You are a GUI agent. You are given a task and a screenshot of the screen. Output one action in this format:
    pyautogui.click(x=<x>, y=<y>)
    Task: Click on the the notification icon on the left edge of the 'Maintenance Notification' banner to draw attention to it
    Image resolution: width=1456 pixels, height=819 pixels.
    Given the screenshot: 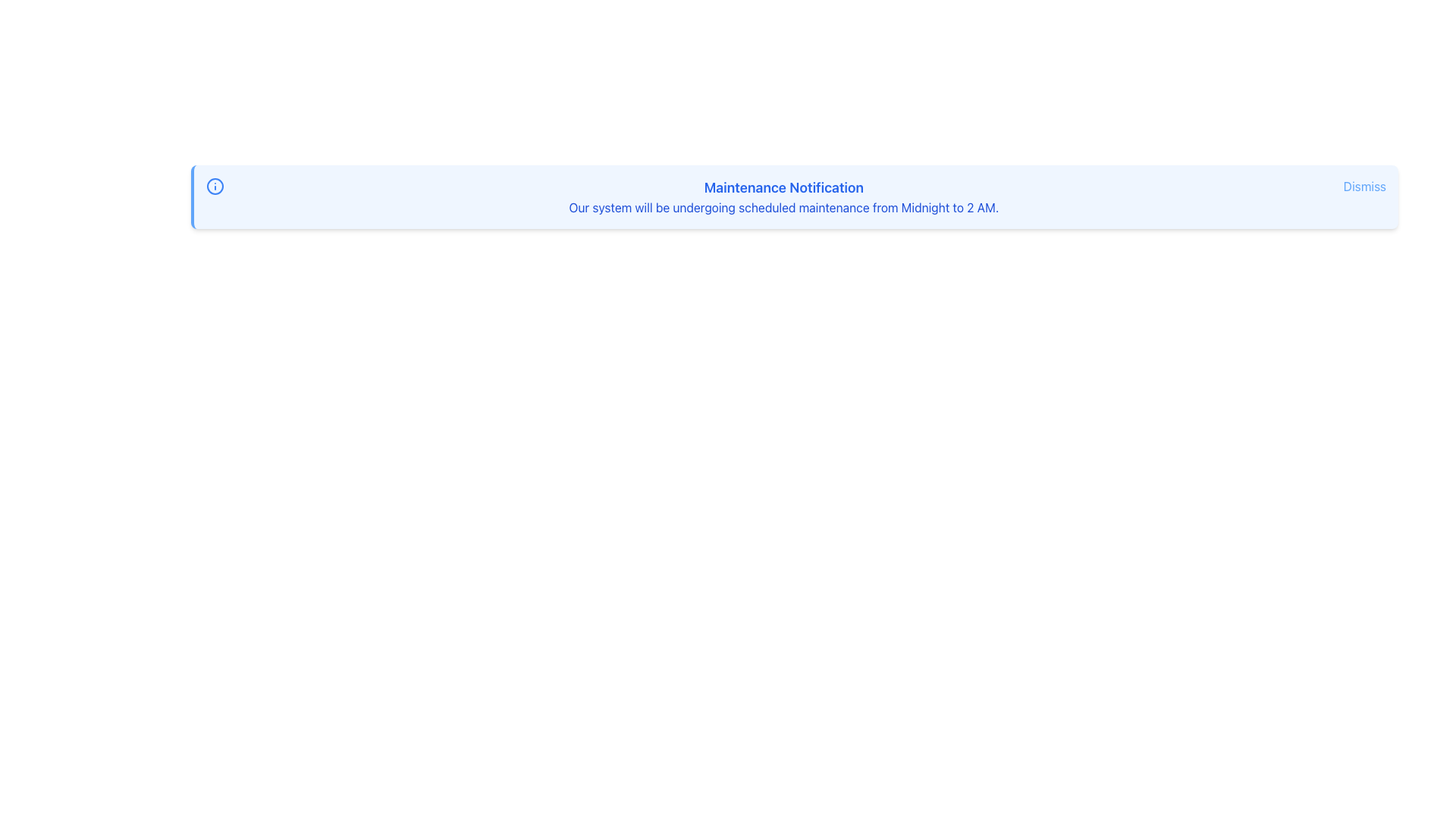 What is the action you would take?
    pyautogui.click(x=214, y=186)
    